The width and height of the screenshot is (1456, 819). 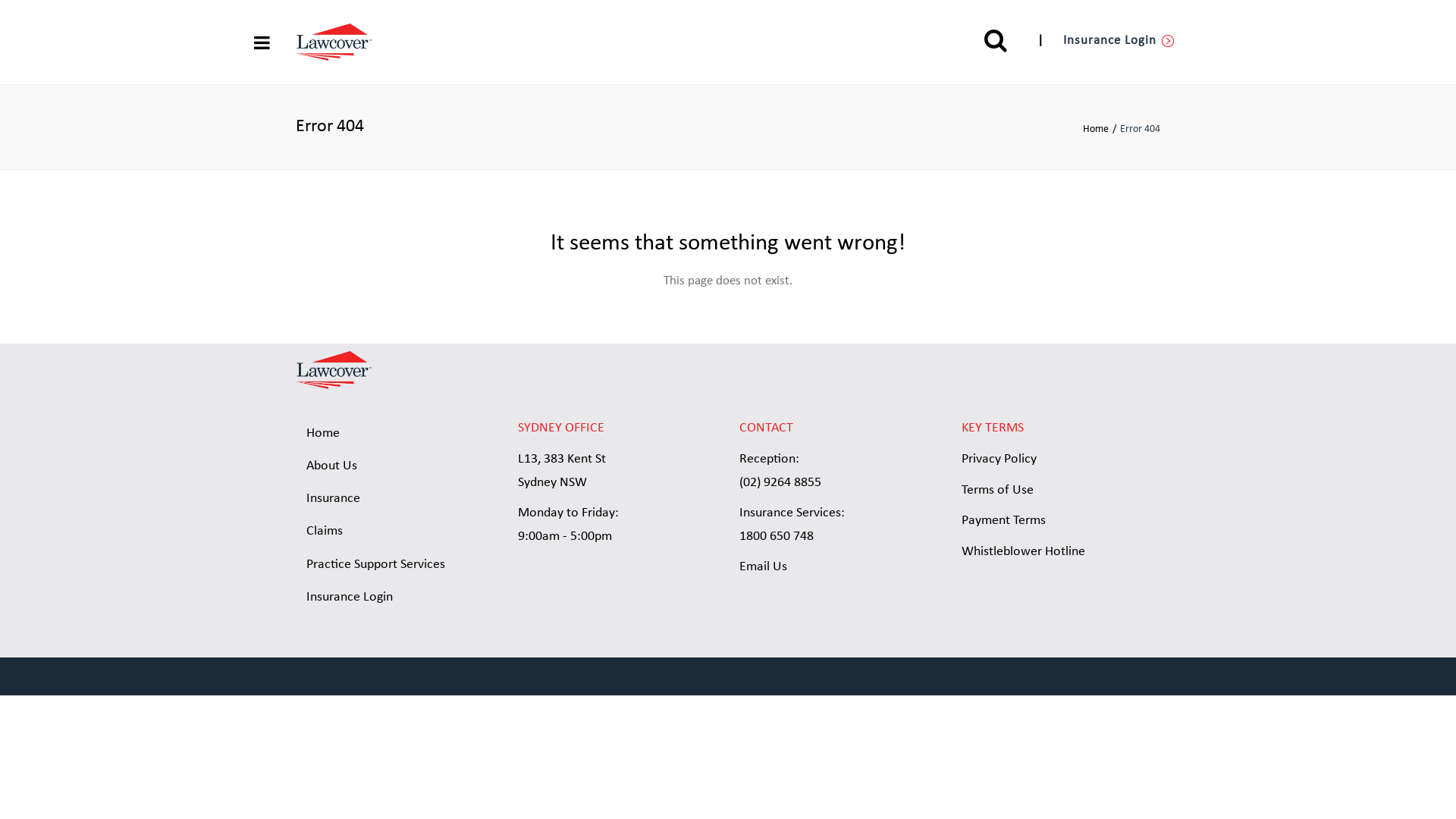 What do you see at coordinates (1101, 128) in the screenshot?
I see `'Home'` at bounding box center [1101, 128].